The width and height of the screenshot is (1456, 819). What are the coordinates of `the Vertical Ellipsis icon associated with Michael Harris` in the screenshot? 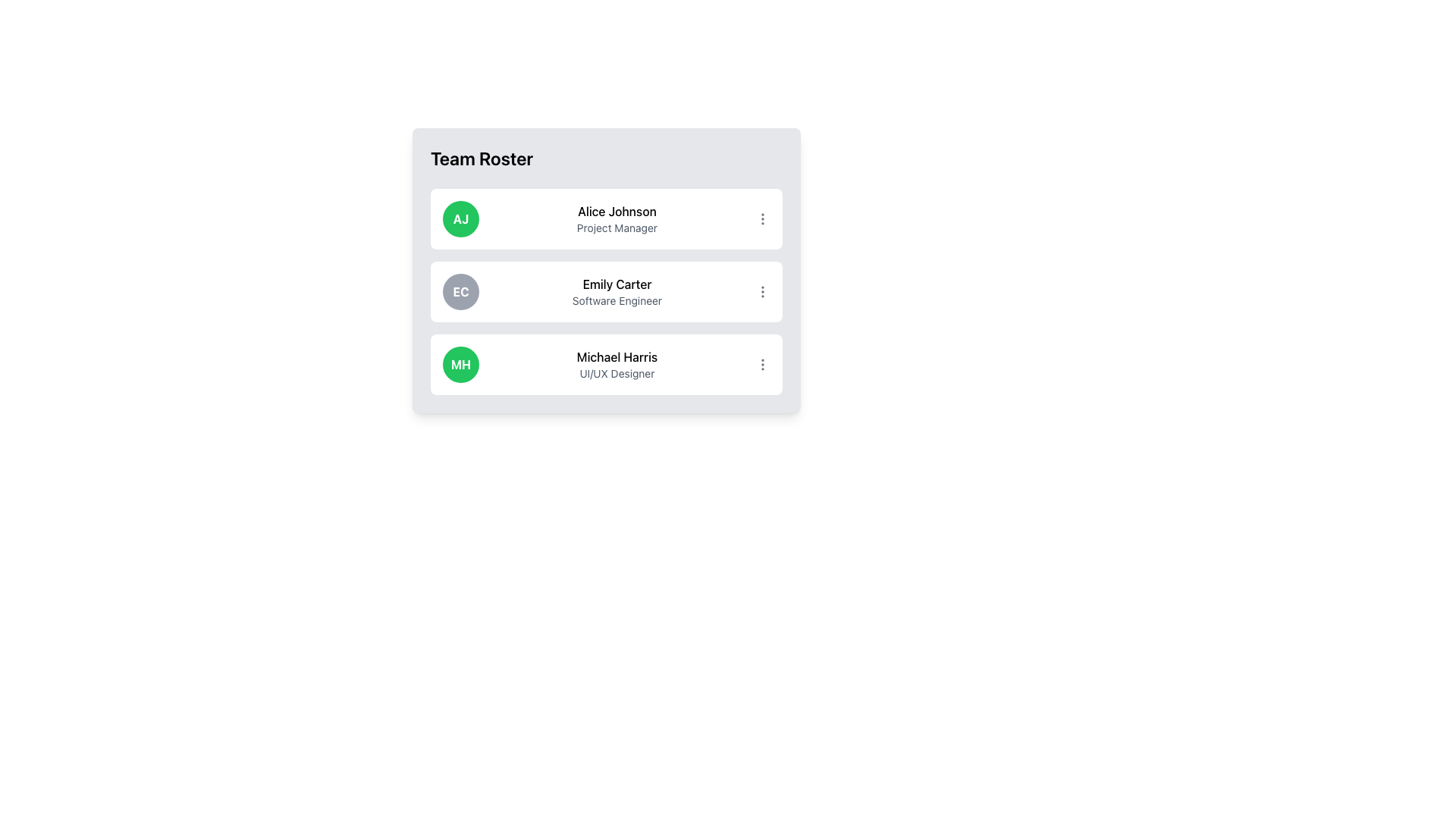 It's located at (763, 365).